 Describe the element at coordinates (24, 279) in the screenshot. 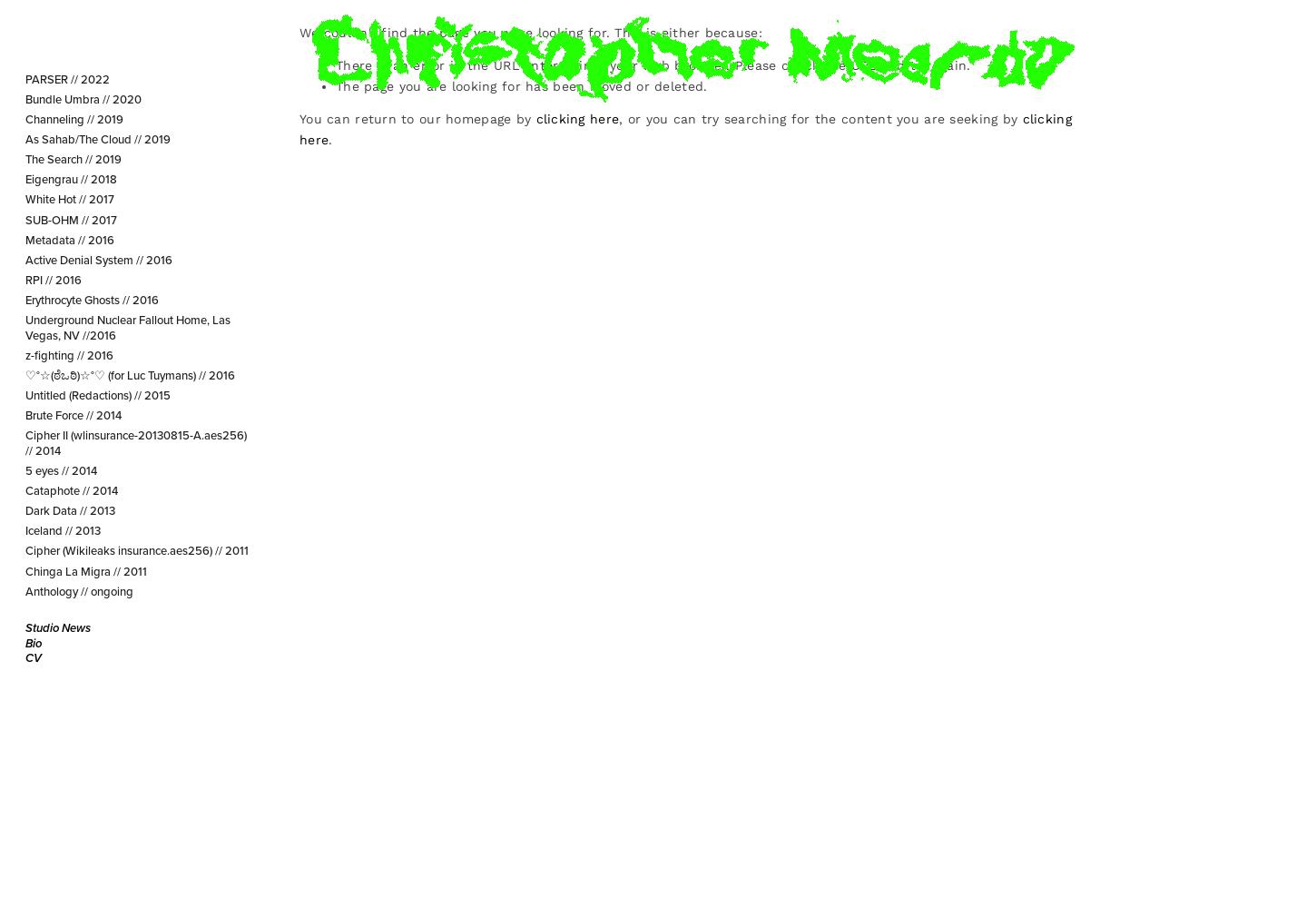

I see `'RPI // 2016'` at that location.